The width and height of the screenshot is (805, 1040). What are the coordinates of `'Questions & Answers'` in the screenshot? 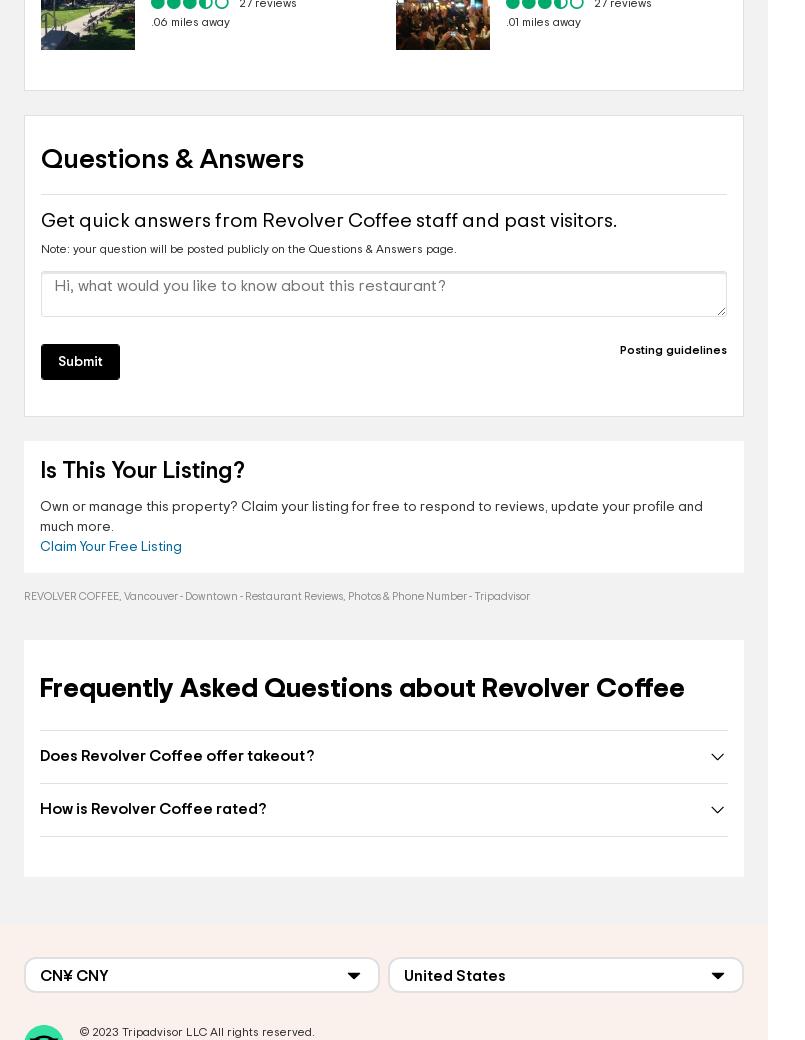 It's located at (40, 159).